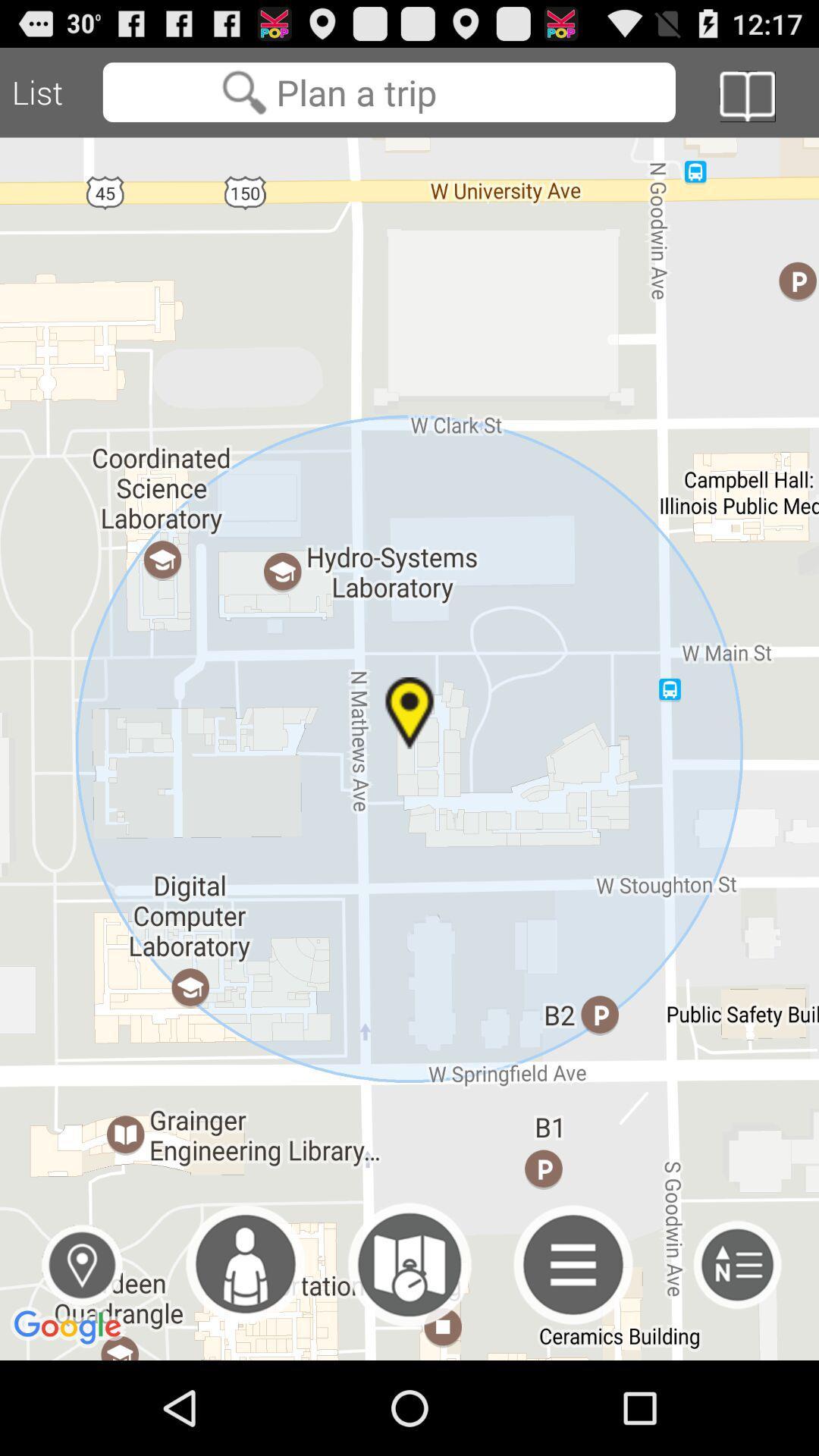 Image resolution: width=819 pixels, height=1456 pixels. Describe the element at coordinates (50, 92) in the screenshot. I see `the icon at the top left corner` at that location.